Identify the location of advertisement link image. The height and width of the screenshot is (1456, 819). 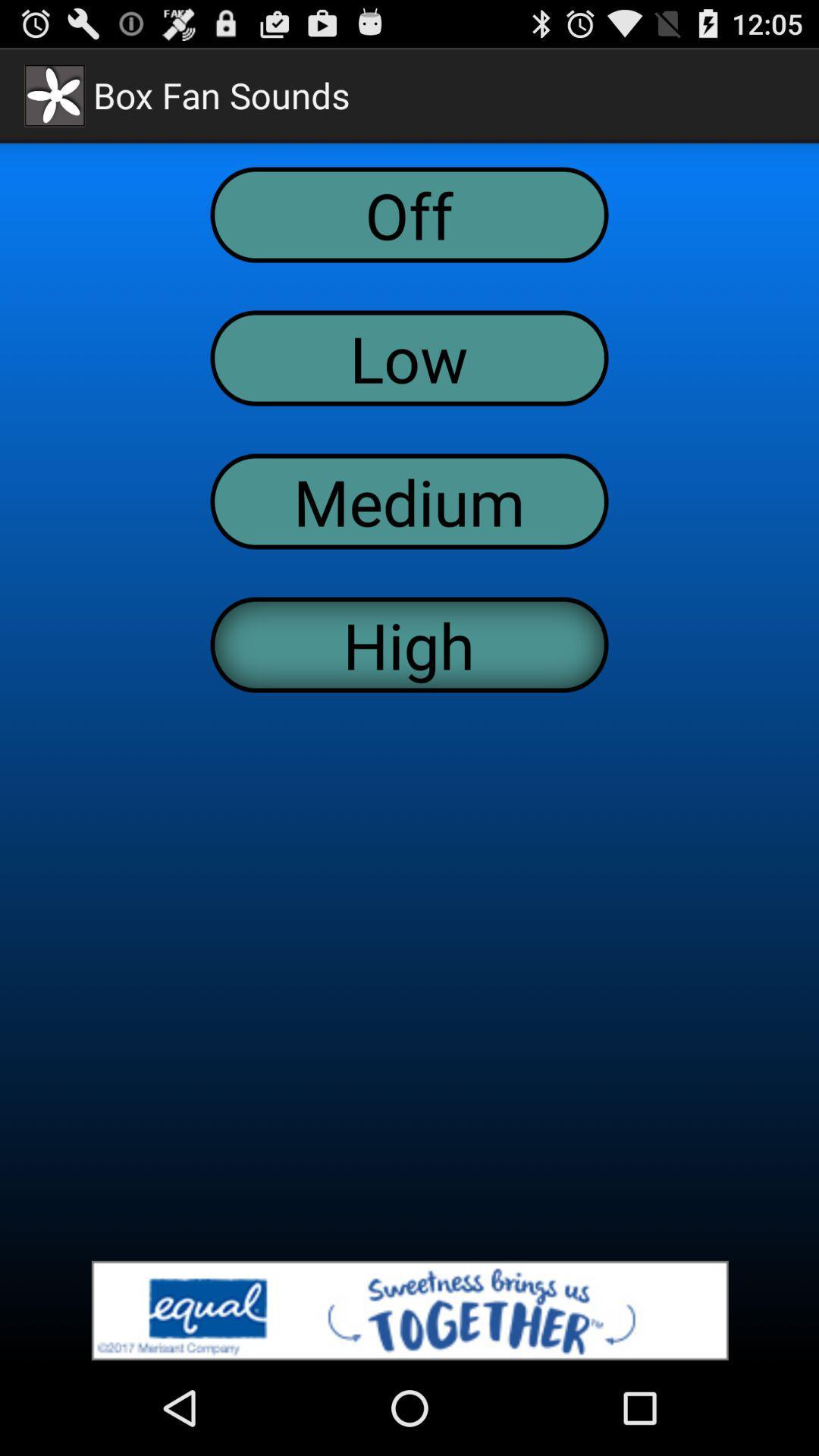
(409, 1310).